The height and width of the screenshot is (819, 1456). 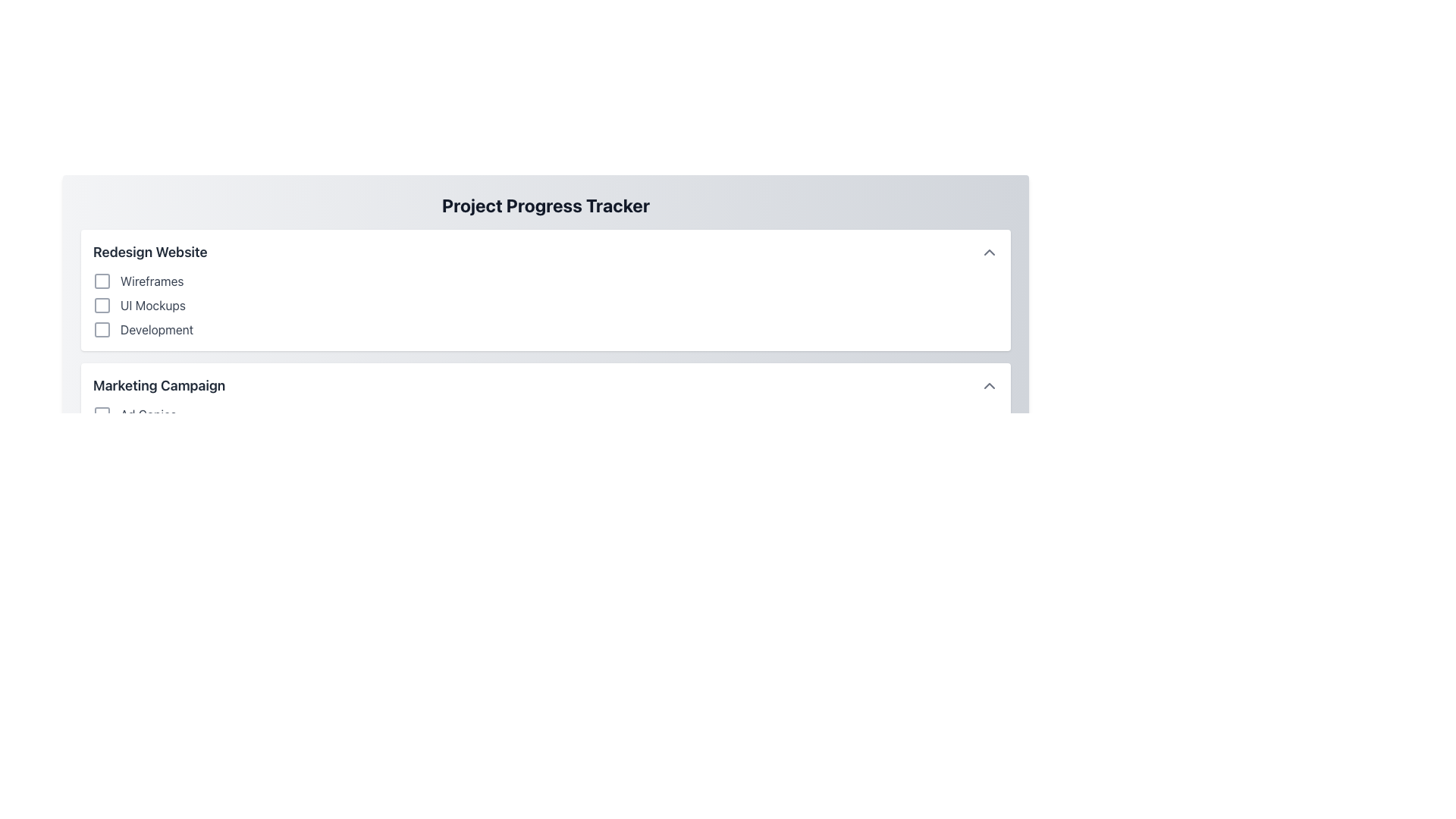 I want to click on the inner checkbox located in the second list section titled 'Marketing Campaign', adjacent to the 'Ad Series' option, so click(x=101, y=415).